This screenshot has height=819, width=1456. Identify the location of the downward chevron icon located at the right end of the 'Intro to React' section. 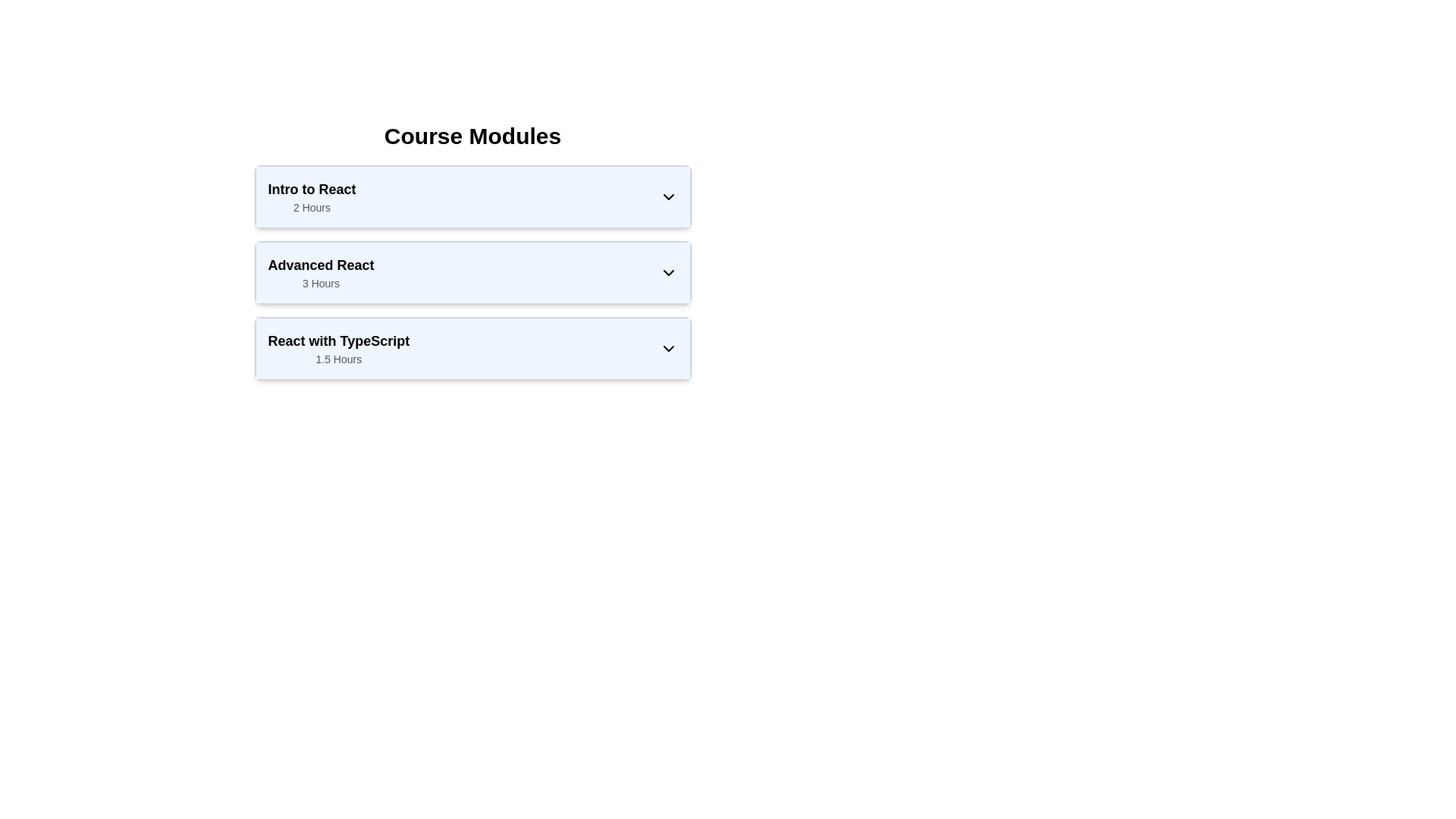
(667, 196).